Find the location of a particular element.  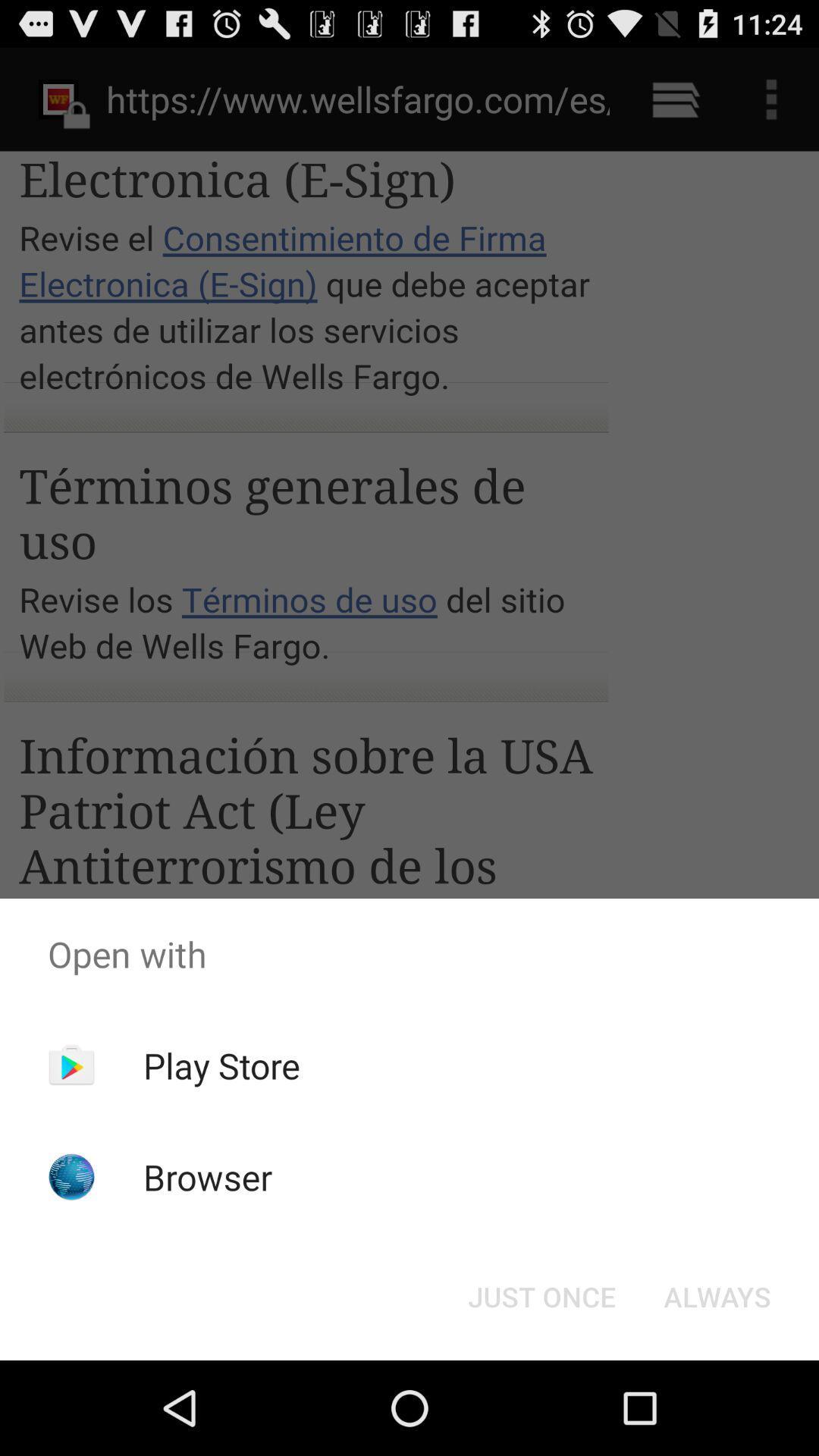

the icon at the bottom is located at coordinates (541, 1295).